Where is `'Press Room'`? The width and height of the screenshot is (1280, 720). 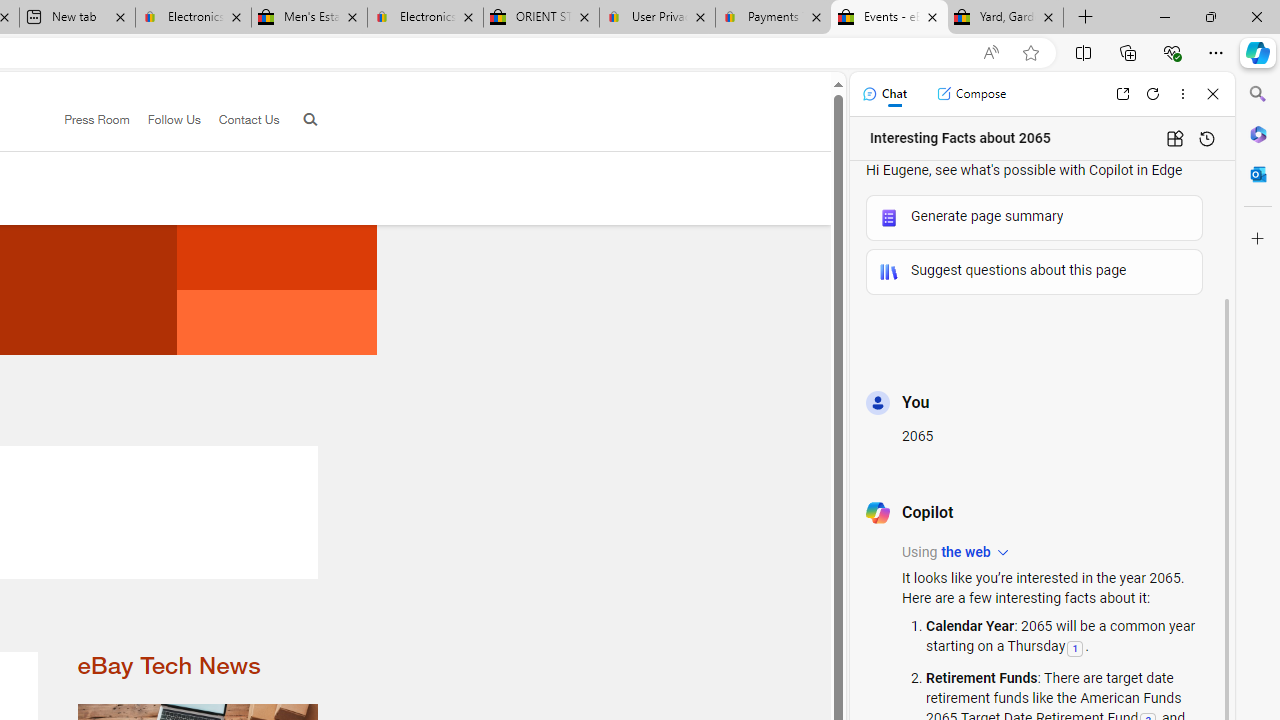 'Press Room' is located at coordinates (87, 120).